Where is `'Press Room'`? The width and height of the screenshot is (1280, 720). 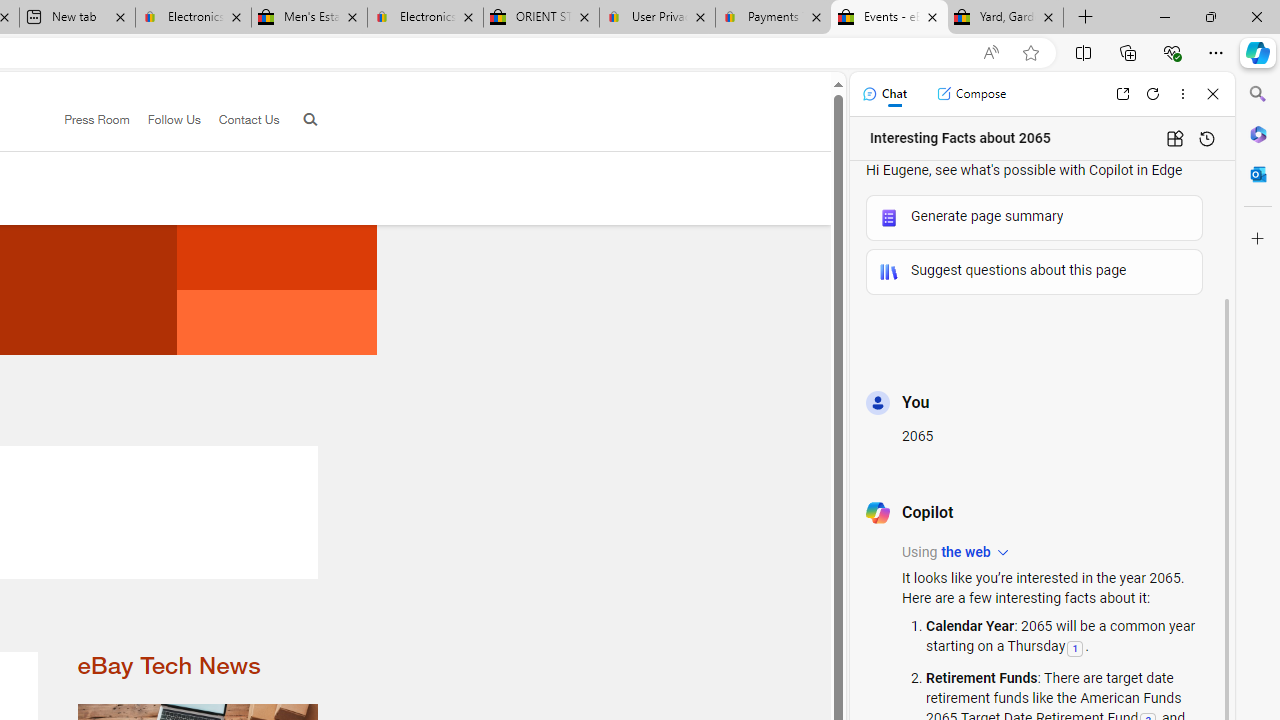 'Press Room' is located at coordinates (87, 120).